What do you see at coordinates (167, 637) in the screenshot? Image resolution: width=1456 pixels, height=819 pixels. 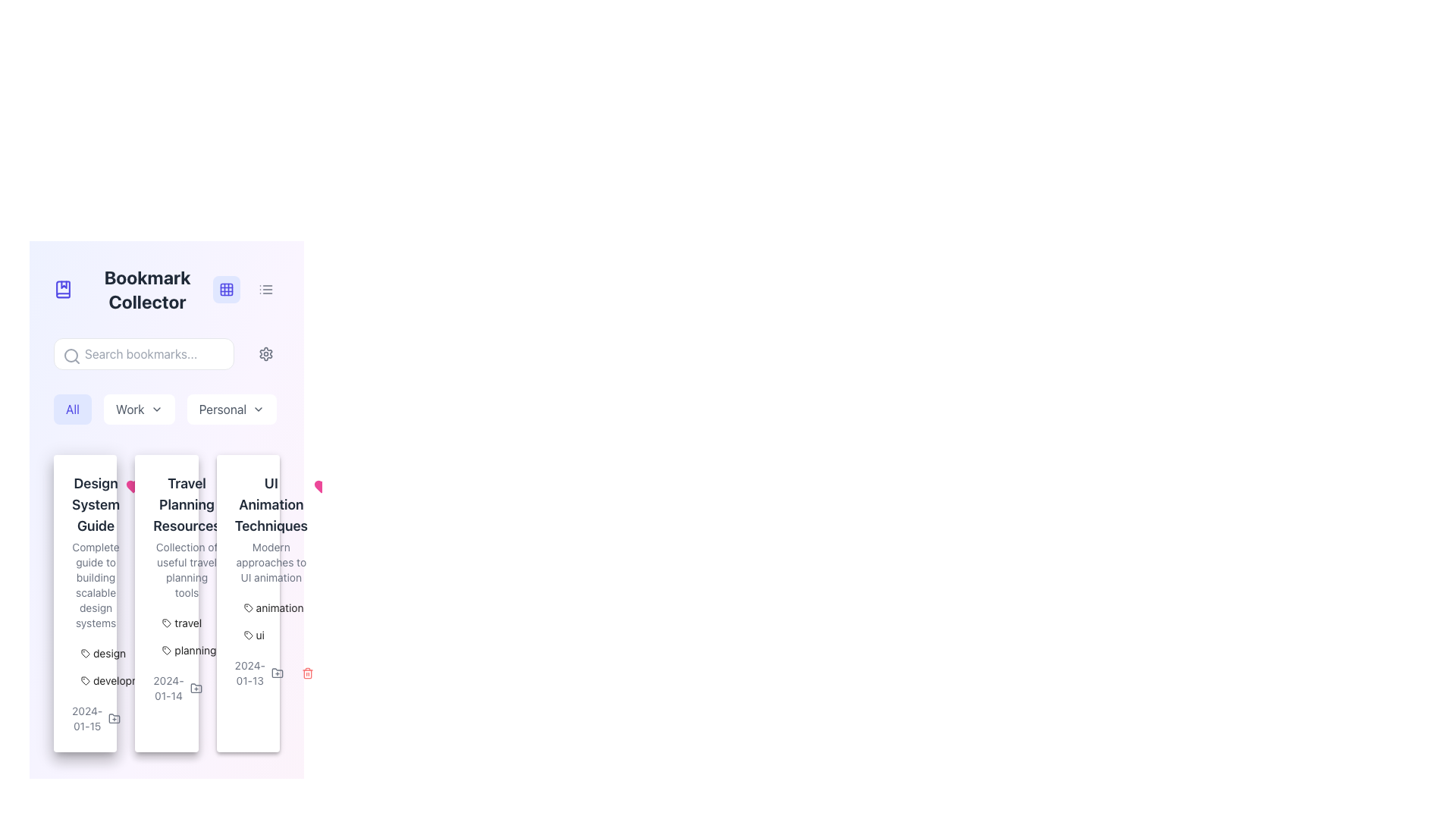 I see `the interactive icons associated with the 'travel' and 'planning' tags within the Tag list component in the 'Travel Planning Resources' card` at bounding box center [167, 637].